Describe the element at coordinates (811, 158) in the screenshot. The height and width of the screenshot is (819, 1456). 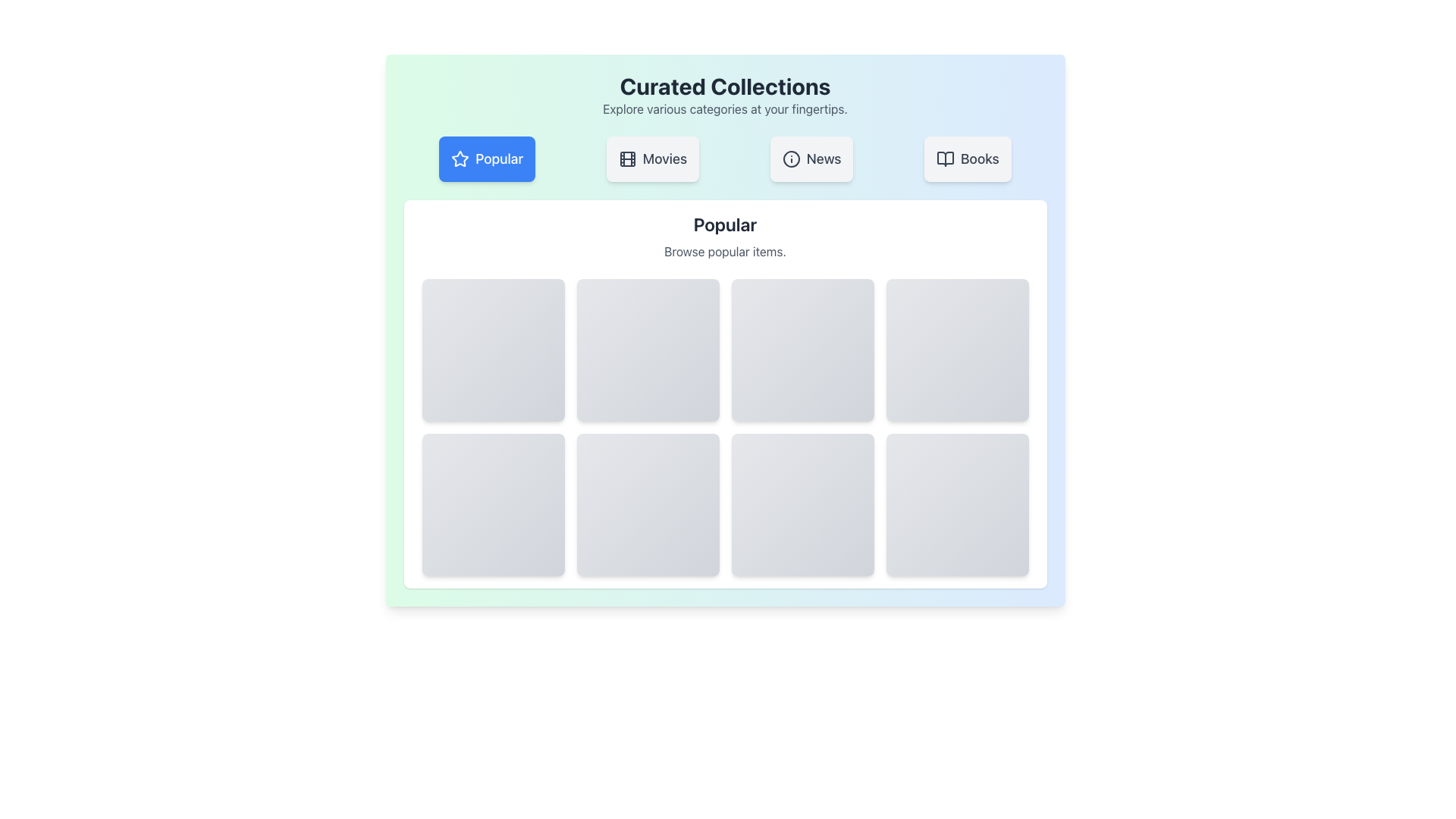
I see `the 'News' button, which is the third button in the group under 'Curated Collections'` at that location.